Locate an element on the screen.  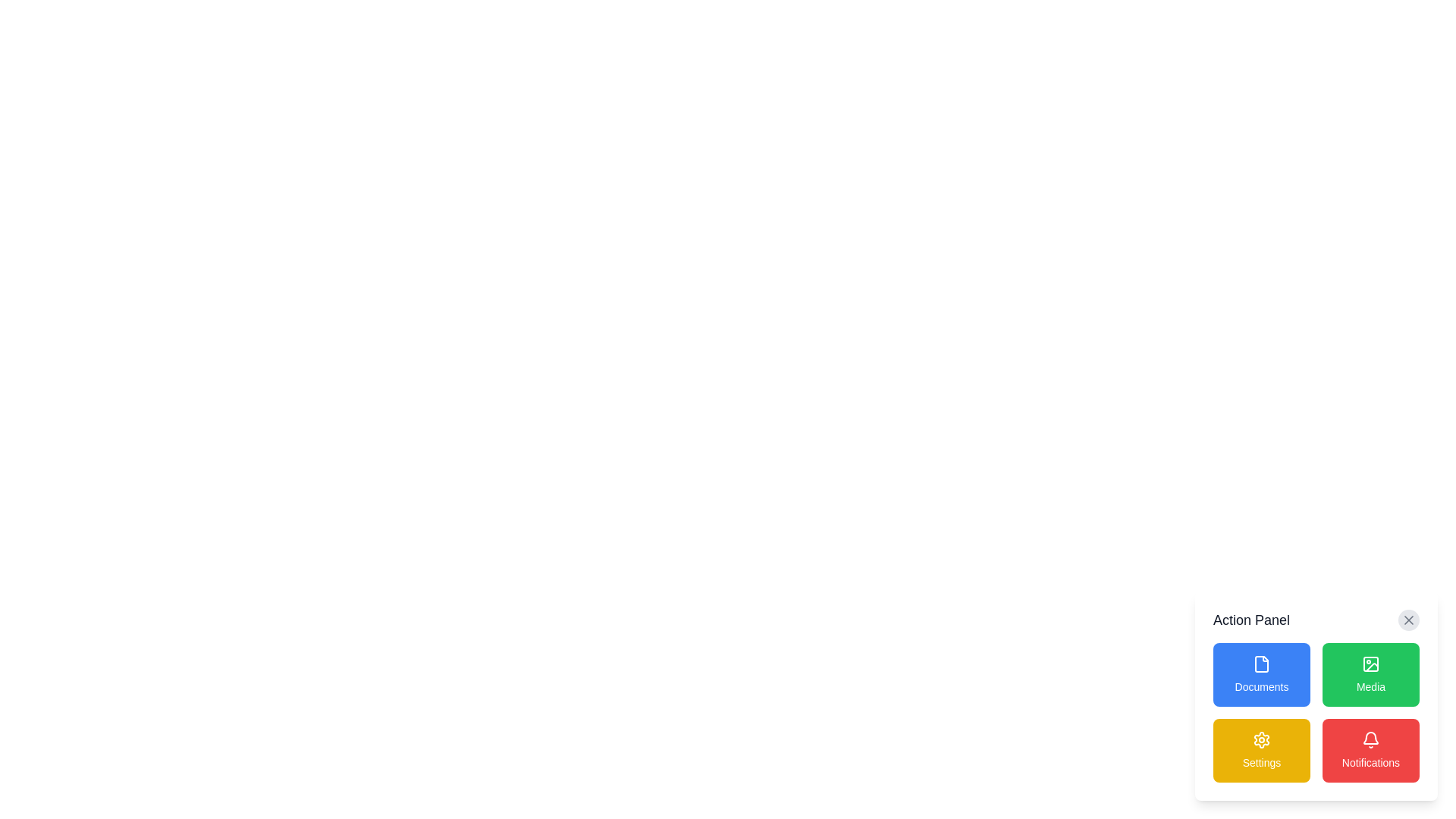
the gear-shaped icon located within the golden 'Settings' button in the lower-right section of the 'Action Panel' is located at coordinates (1262, 739).